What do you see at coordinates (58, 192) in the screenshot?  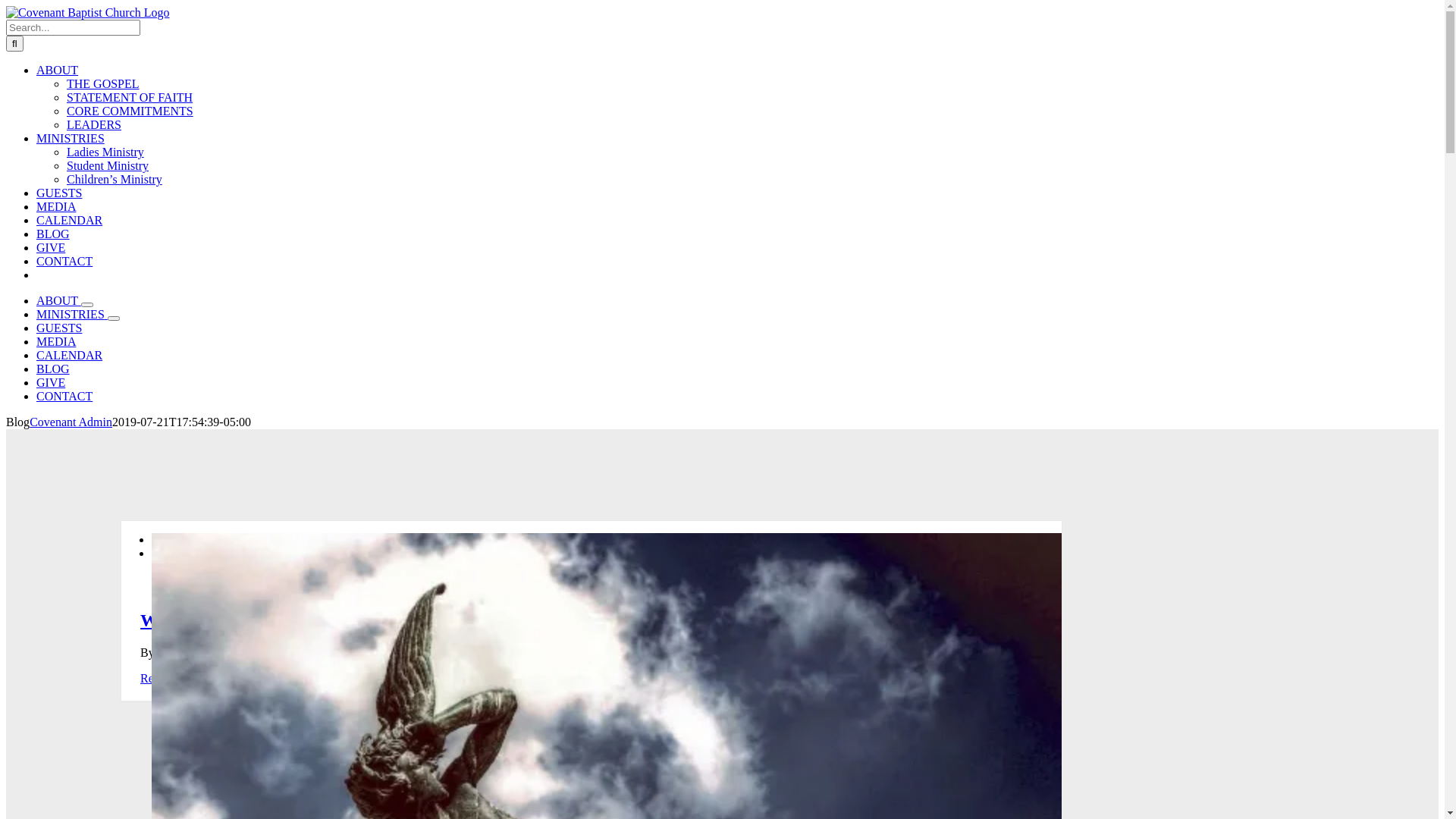 I see `'GUESTS'` at bounding box center [58, 192].